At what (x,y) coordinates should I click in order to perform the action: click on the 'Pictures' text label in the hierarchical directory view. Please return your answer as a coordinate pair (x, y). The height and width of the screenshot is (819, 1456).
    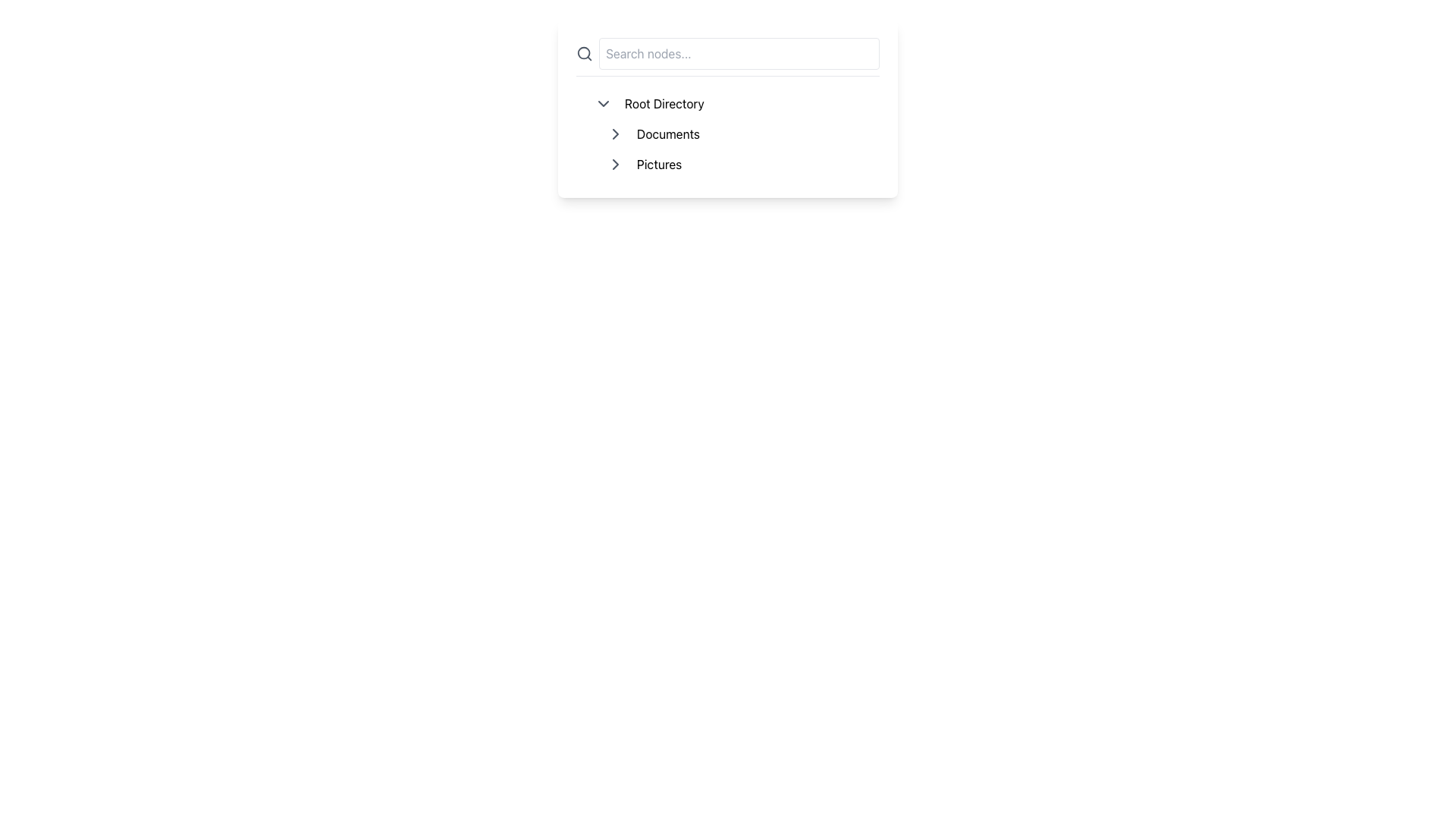
    Looking at the image, I should click on (659, 164).